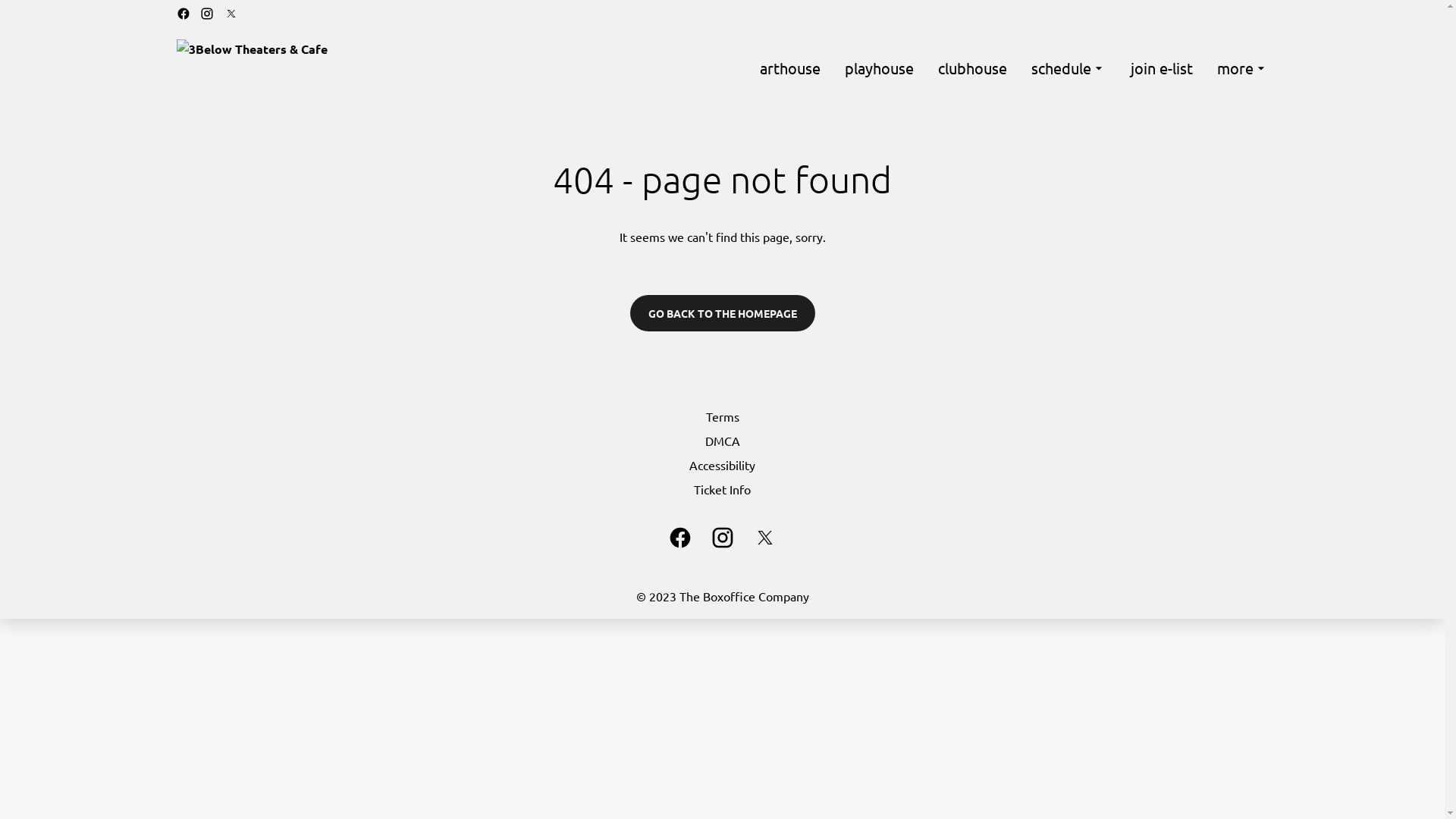 The height and width of the screenshot is (819, 1456). What do you see at coordinates (971, 67) in the screenshot?
I see `'clubhouse'` at bounding box center [971, 67].